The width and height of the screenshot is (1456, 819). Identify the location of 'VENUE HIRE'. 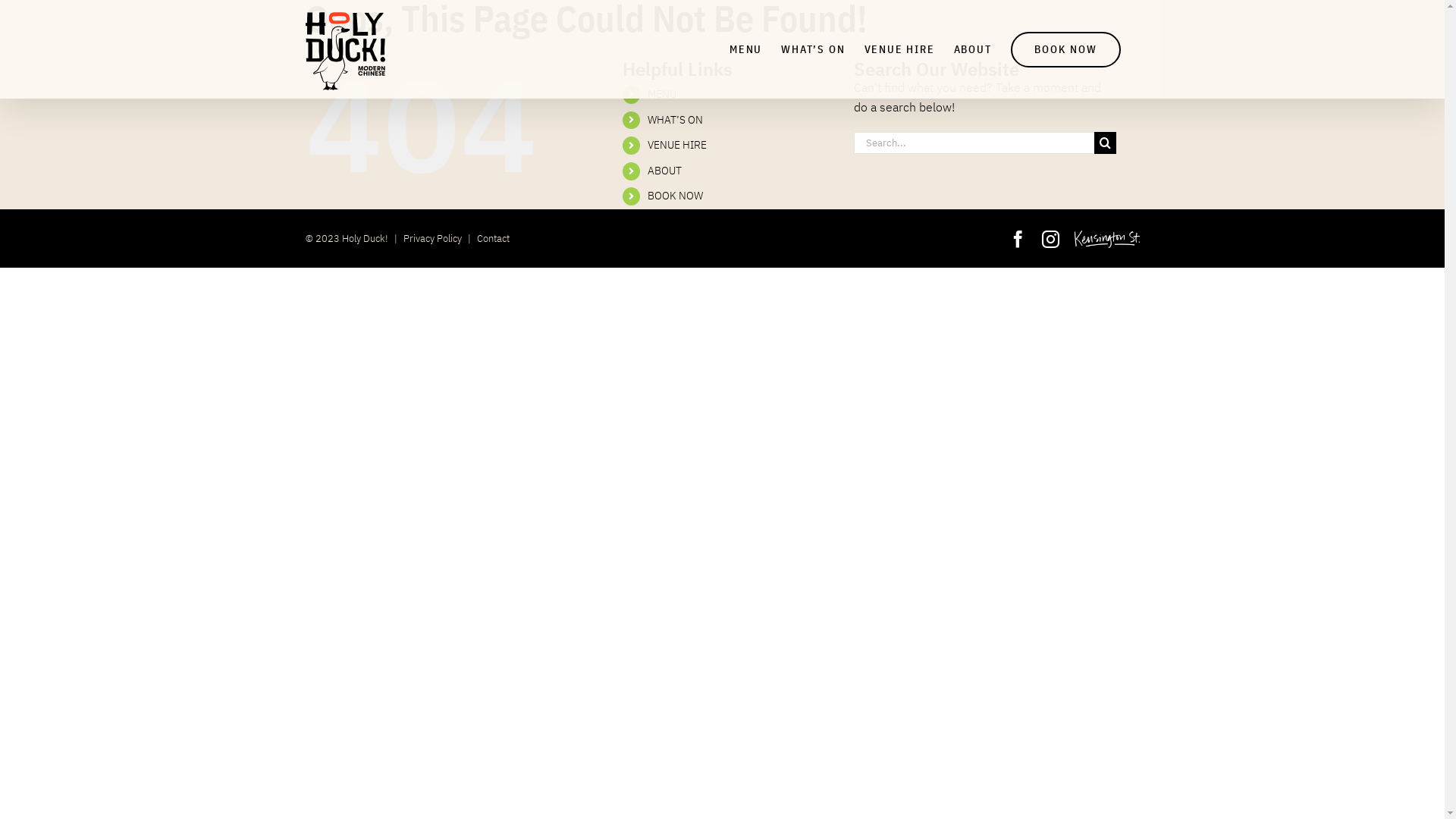
(899, 49).